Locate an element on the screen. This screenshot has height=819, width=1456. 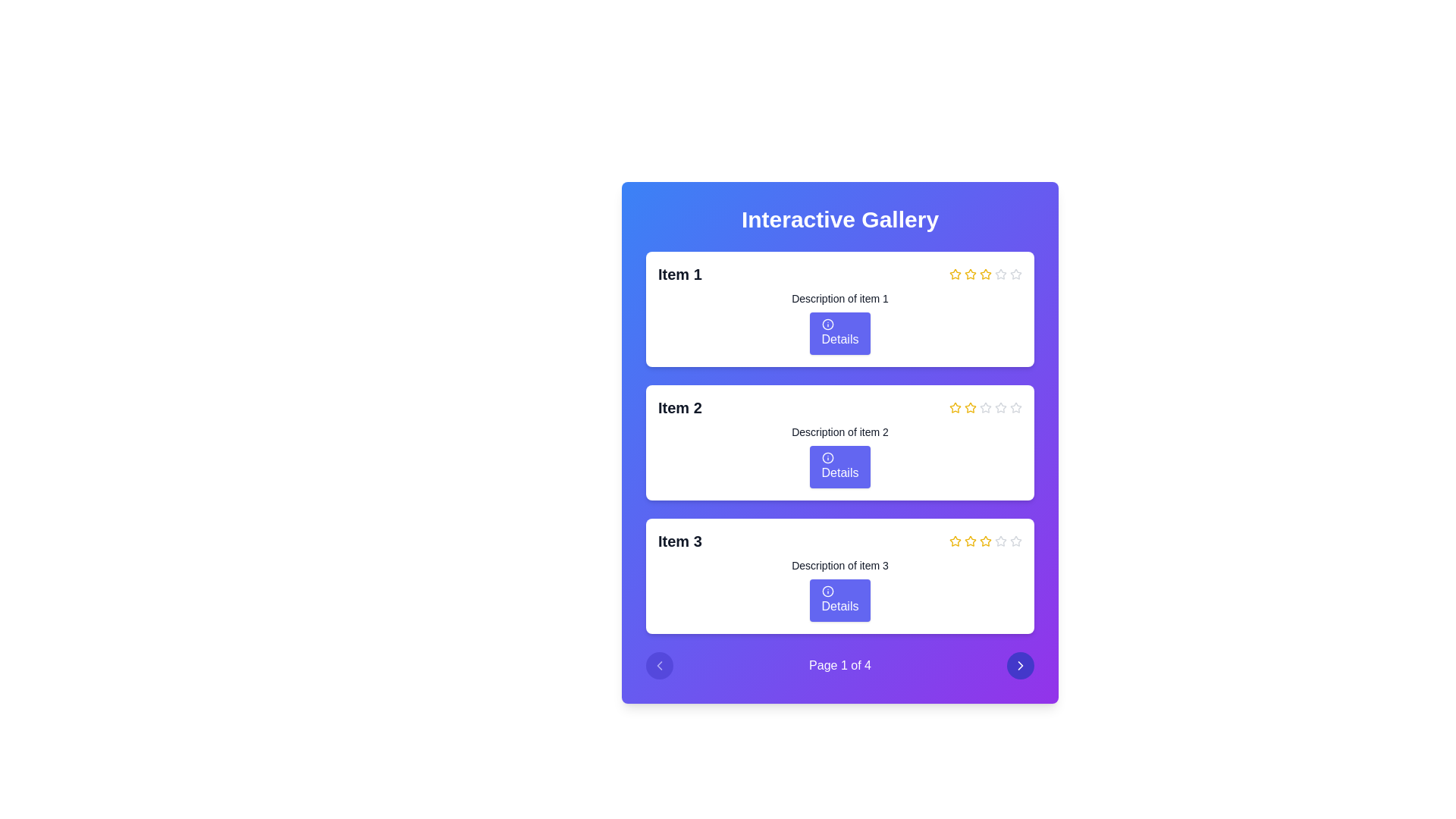
the fifth star icon from the left in the rating system, which is unfilled and light gray, to potentially rate or select it is located at coordinates (1001, 406).